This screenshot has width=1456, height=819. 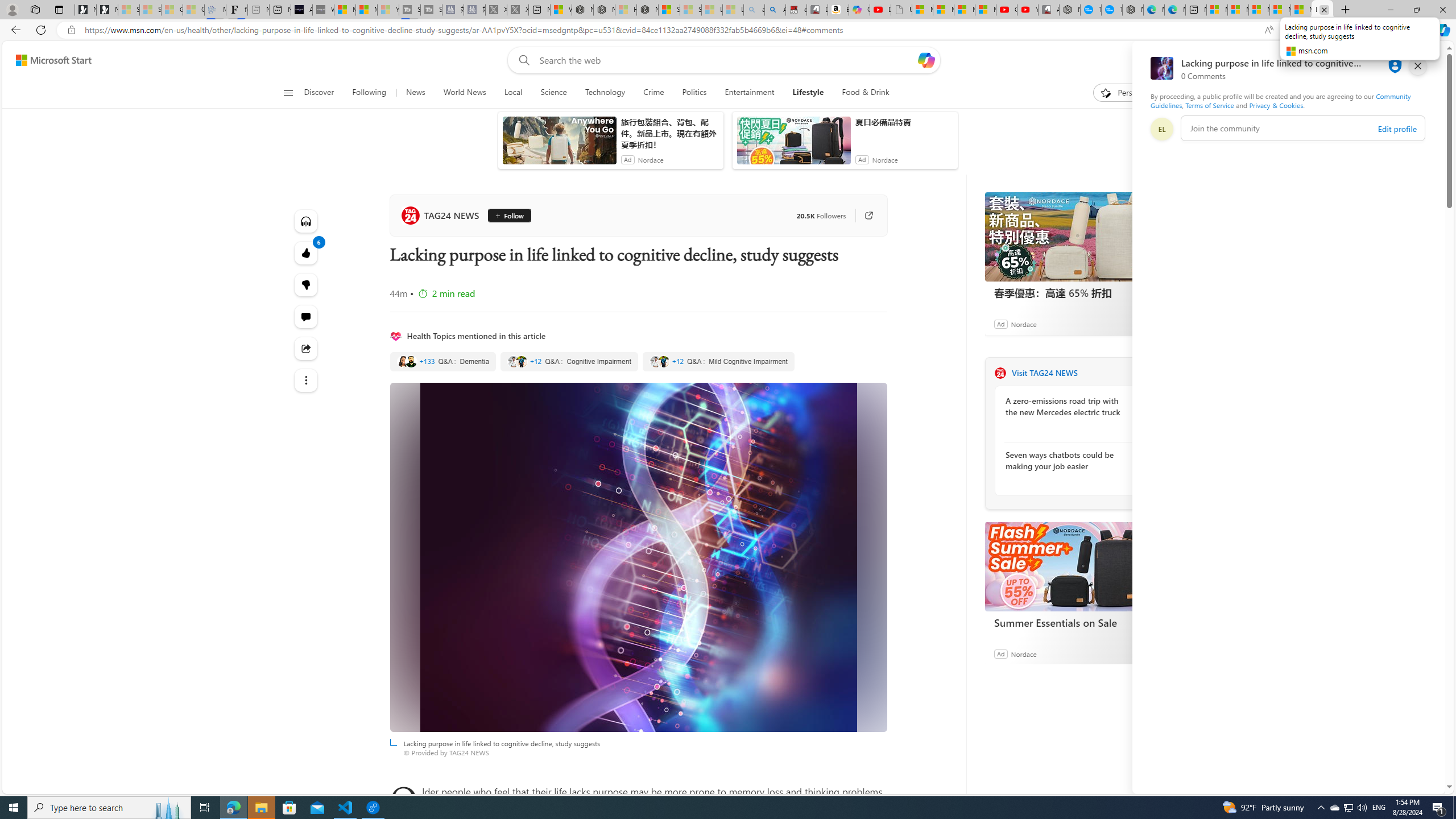 I want to click on 'Mild cognitive impairment', so click(x=718, y=361).